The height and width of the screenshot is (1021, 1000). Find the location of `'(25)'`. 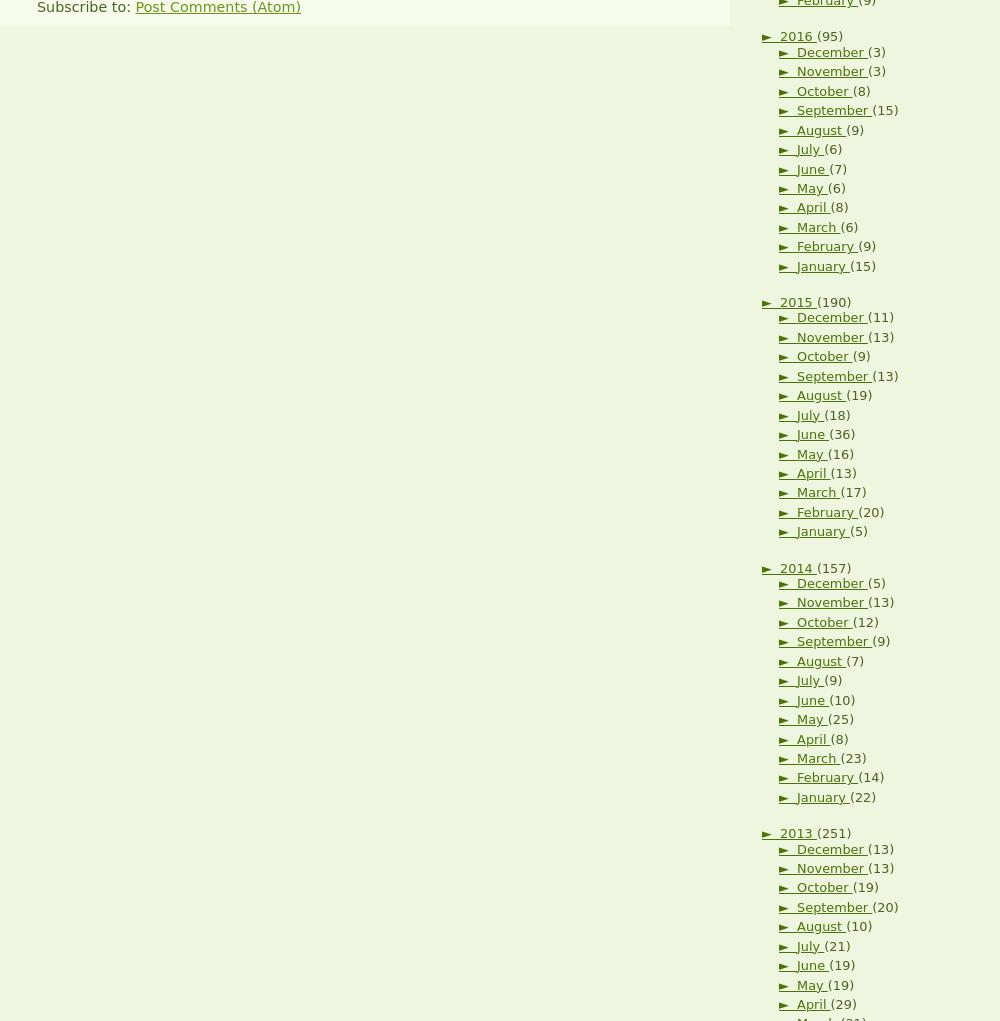

'(25)' is located at coordinates (839, 718).